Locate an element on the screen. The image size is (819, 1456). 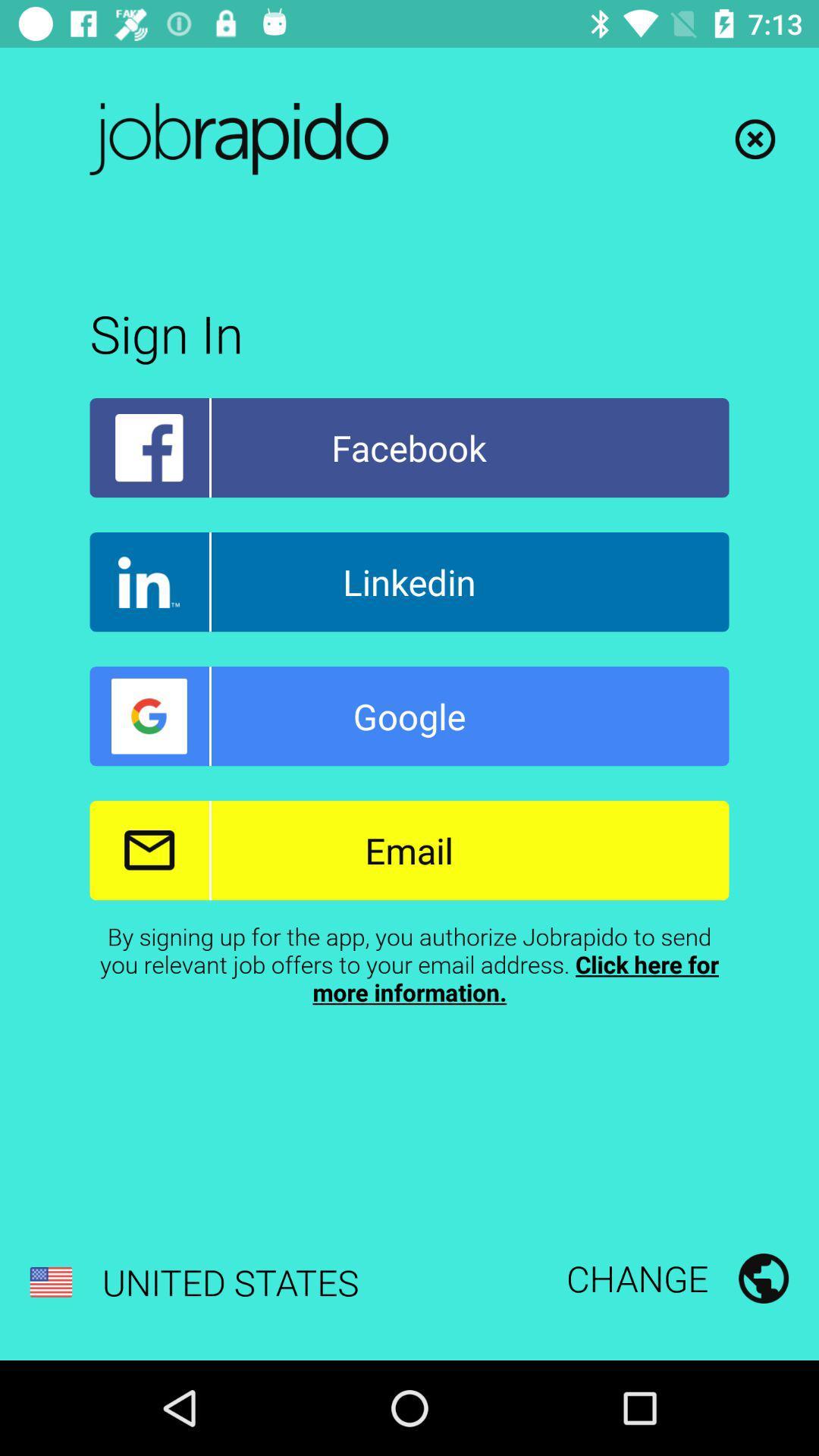
the change at the bottom right corner is located at coordinates (676, 1277).